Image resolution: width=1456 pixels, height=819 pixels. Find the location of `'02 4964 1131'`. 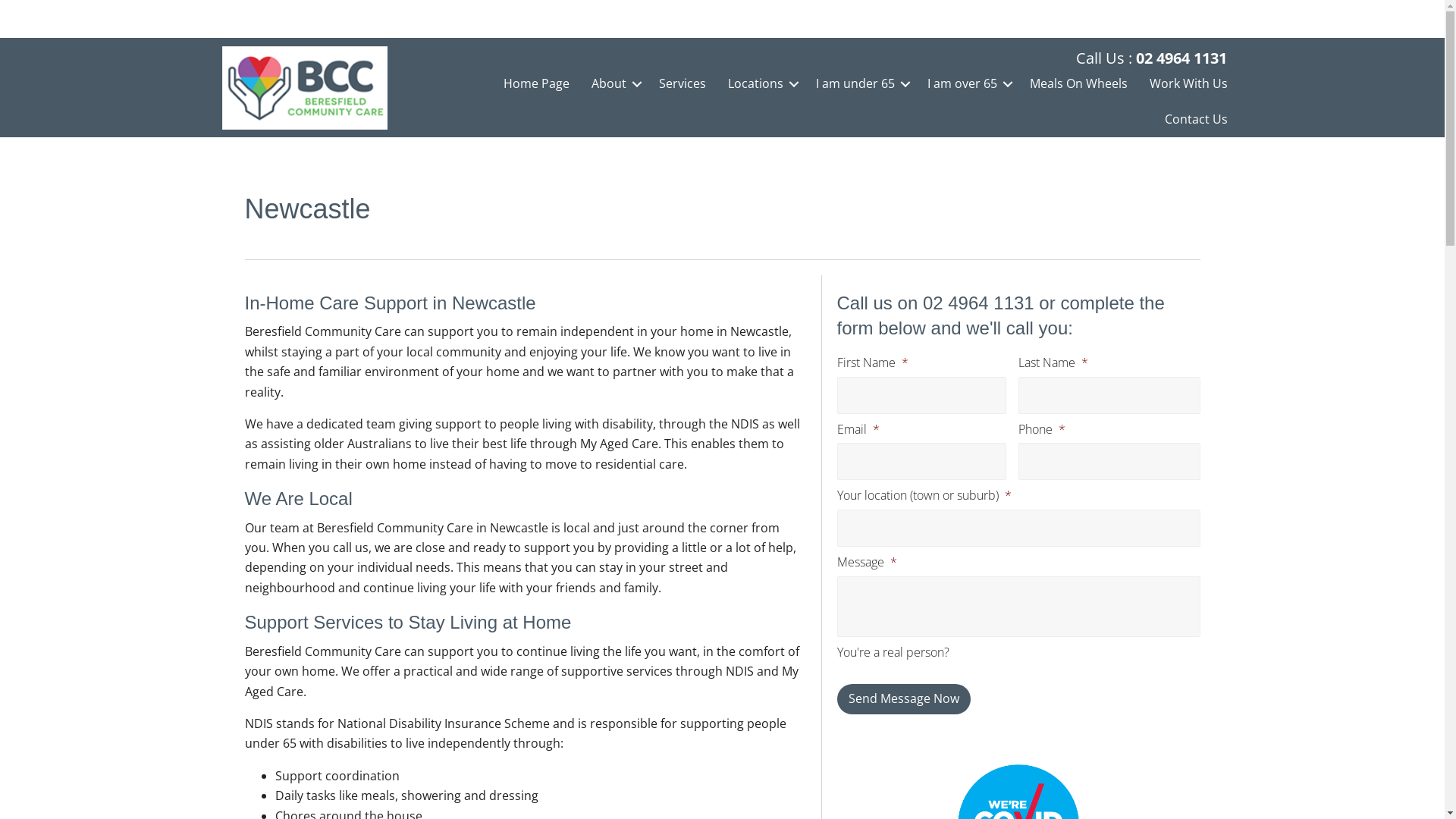

'02 4964 1131' is located at coordinates (1181, 57).